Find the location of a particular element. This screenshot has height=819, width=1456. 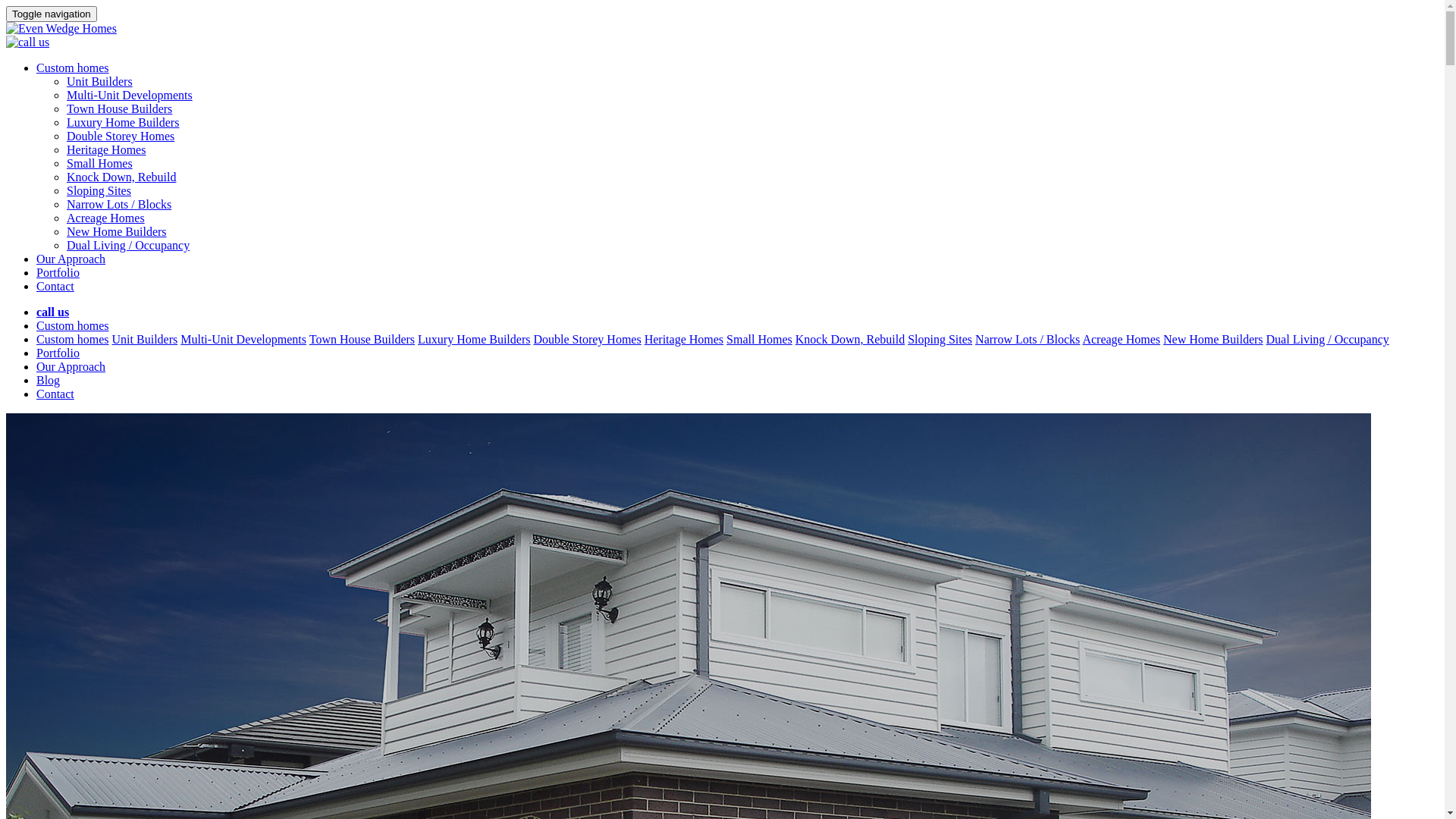

'Small Homes' is located at coordinates (726, 338).